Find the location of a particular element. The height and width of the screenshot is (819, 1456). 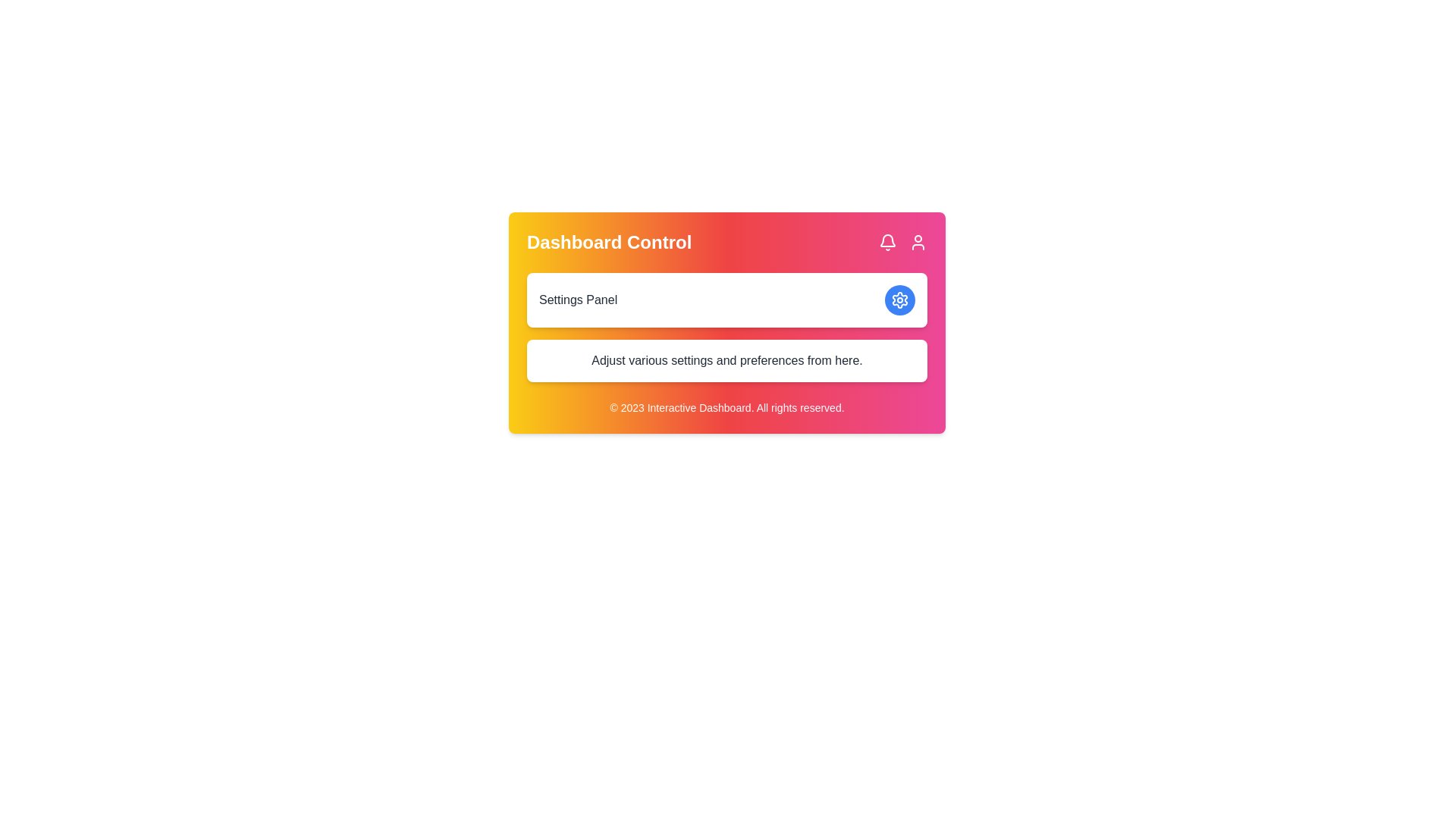

the vibrant gradient-styled panel titled 'Dashboard Control', which features a gear icon in the 'Settings Panel' section is located at coordinates (726, 322).